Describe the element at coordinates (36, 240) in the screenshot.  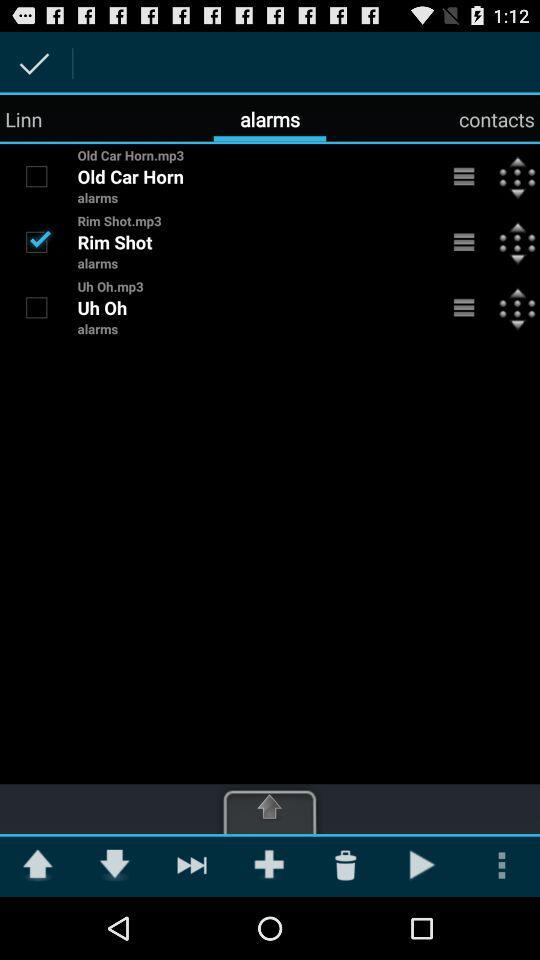
I see `untick alarm` at that location.